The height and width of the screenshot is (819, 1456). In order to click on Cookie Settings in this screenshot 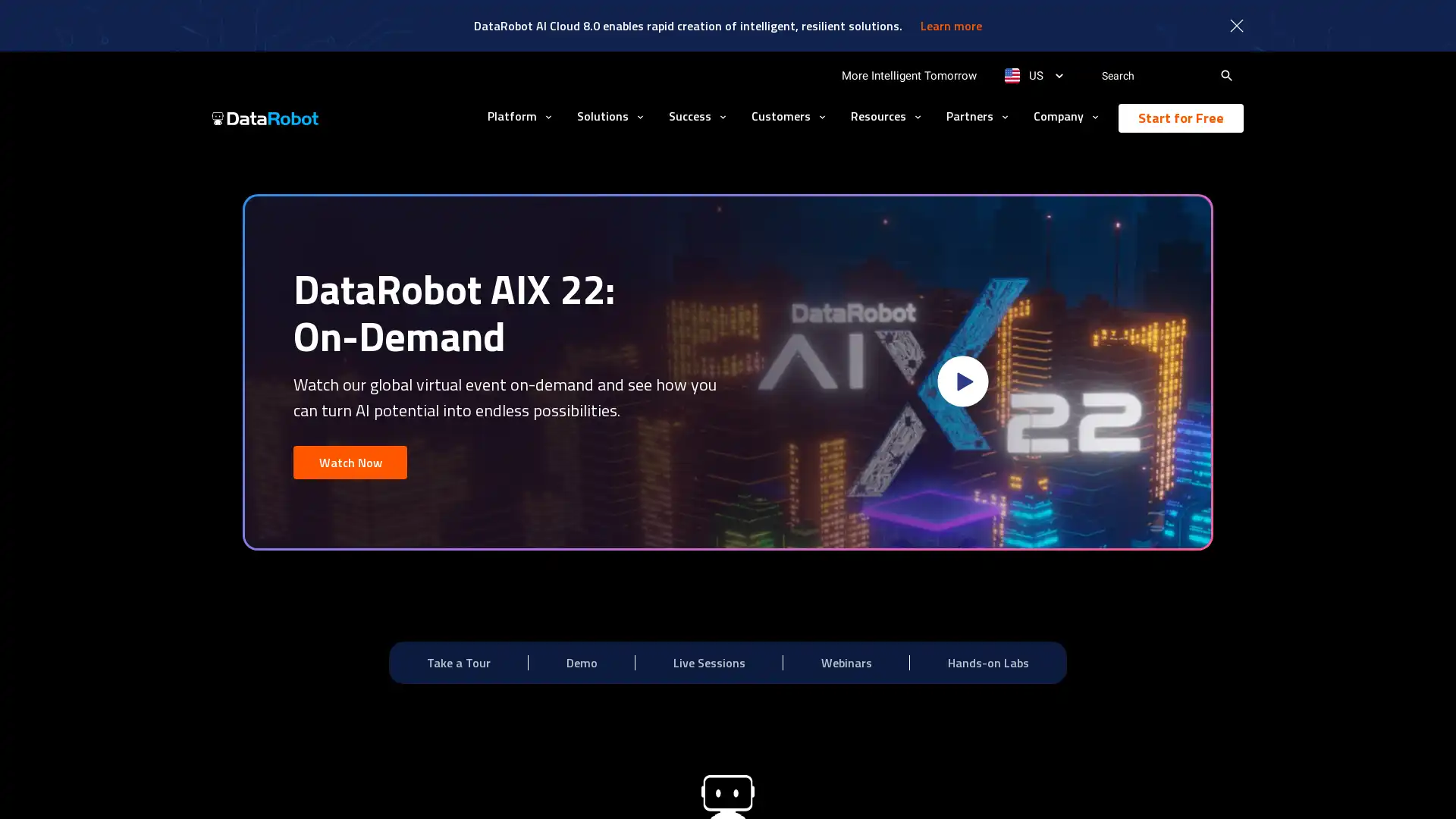, I will do `click(967, 786)`.